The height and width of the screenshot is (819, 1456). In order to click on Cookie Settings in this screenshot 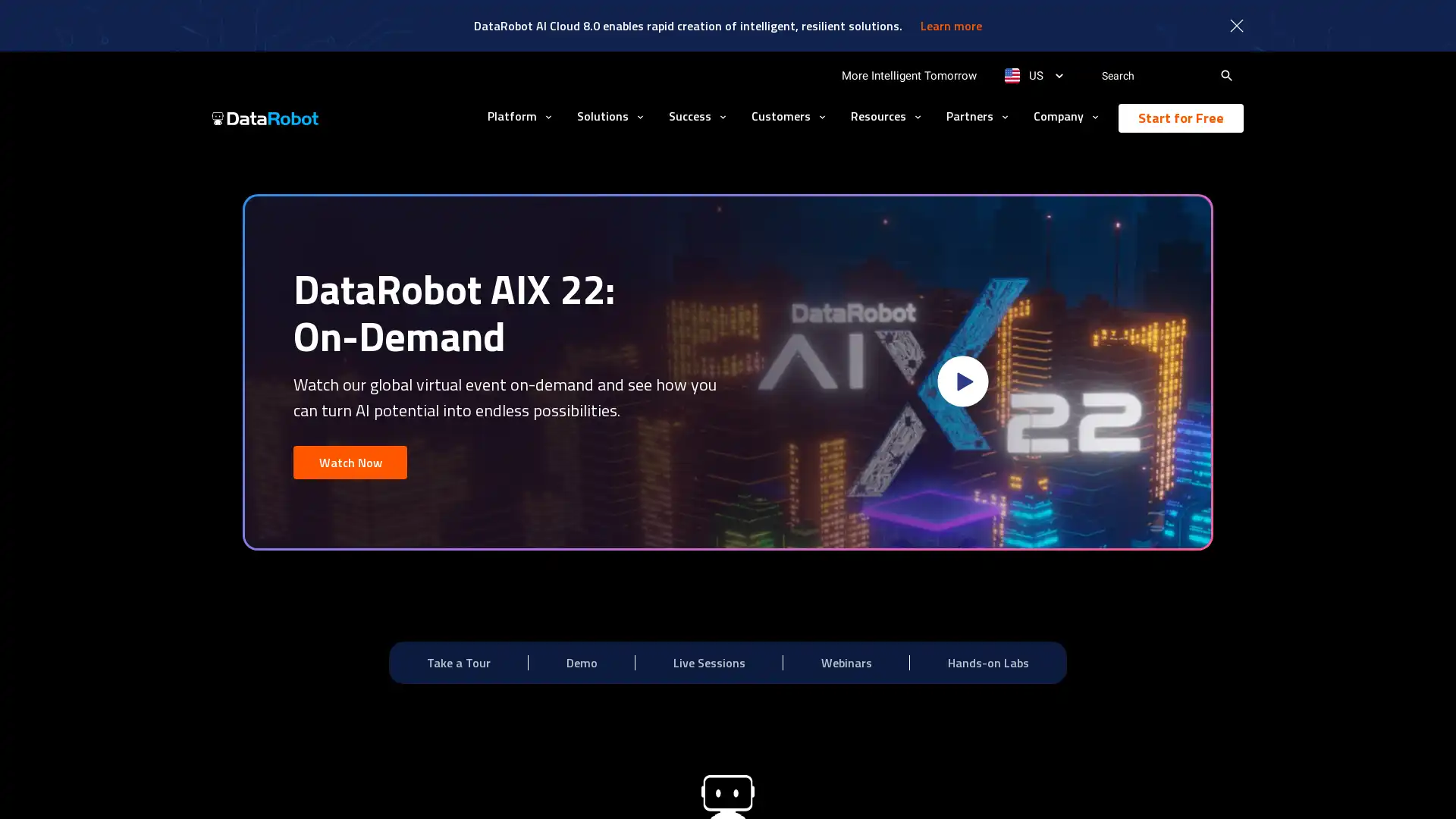, I will do `click(967, 786)`.